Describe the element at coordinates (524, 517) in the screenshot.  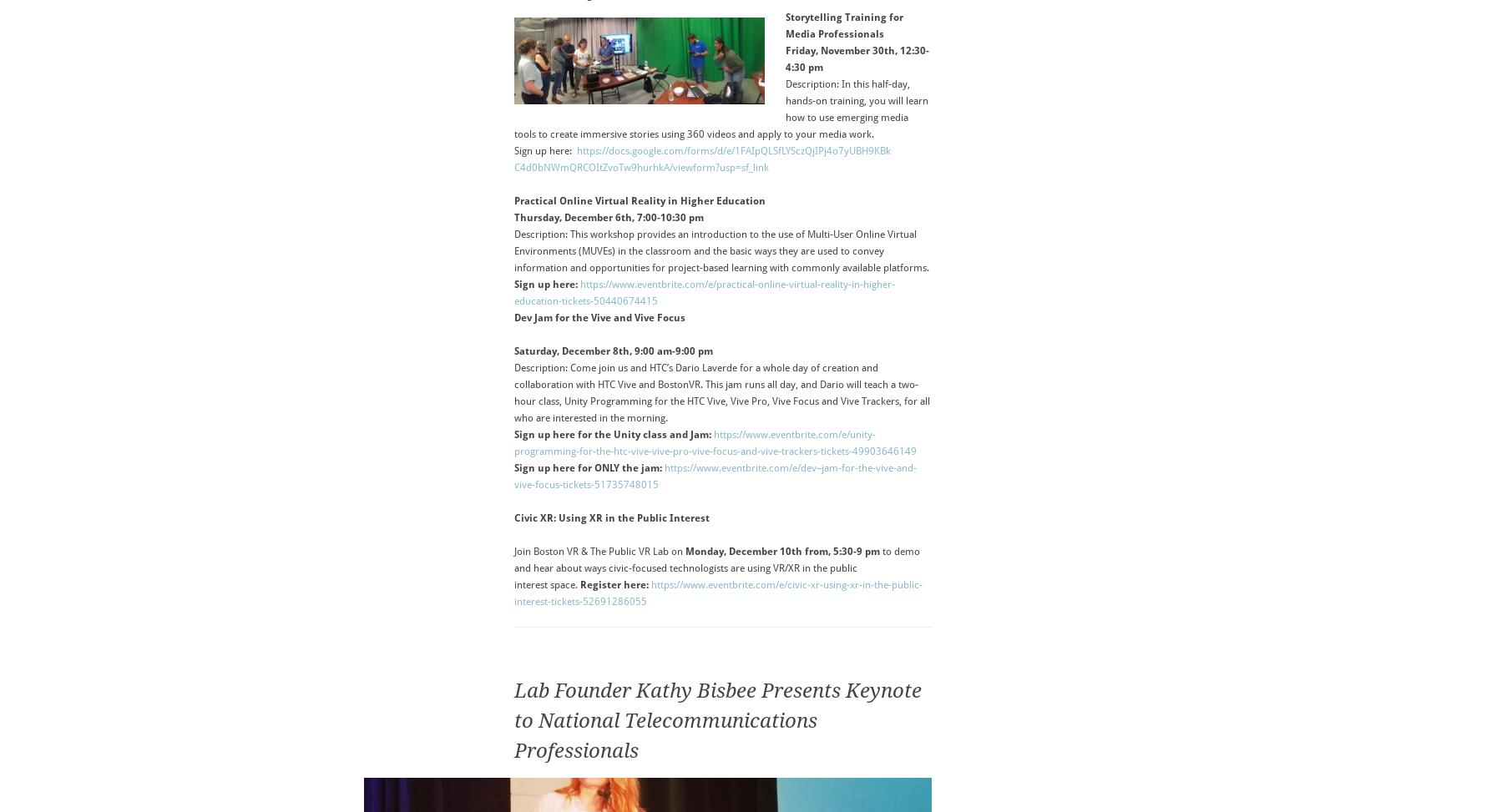
I see `'Civic'` at that location.